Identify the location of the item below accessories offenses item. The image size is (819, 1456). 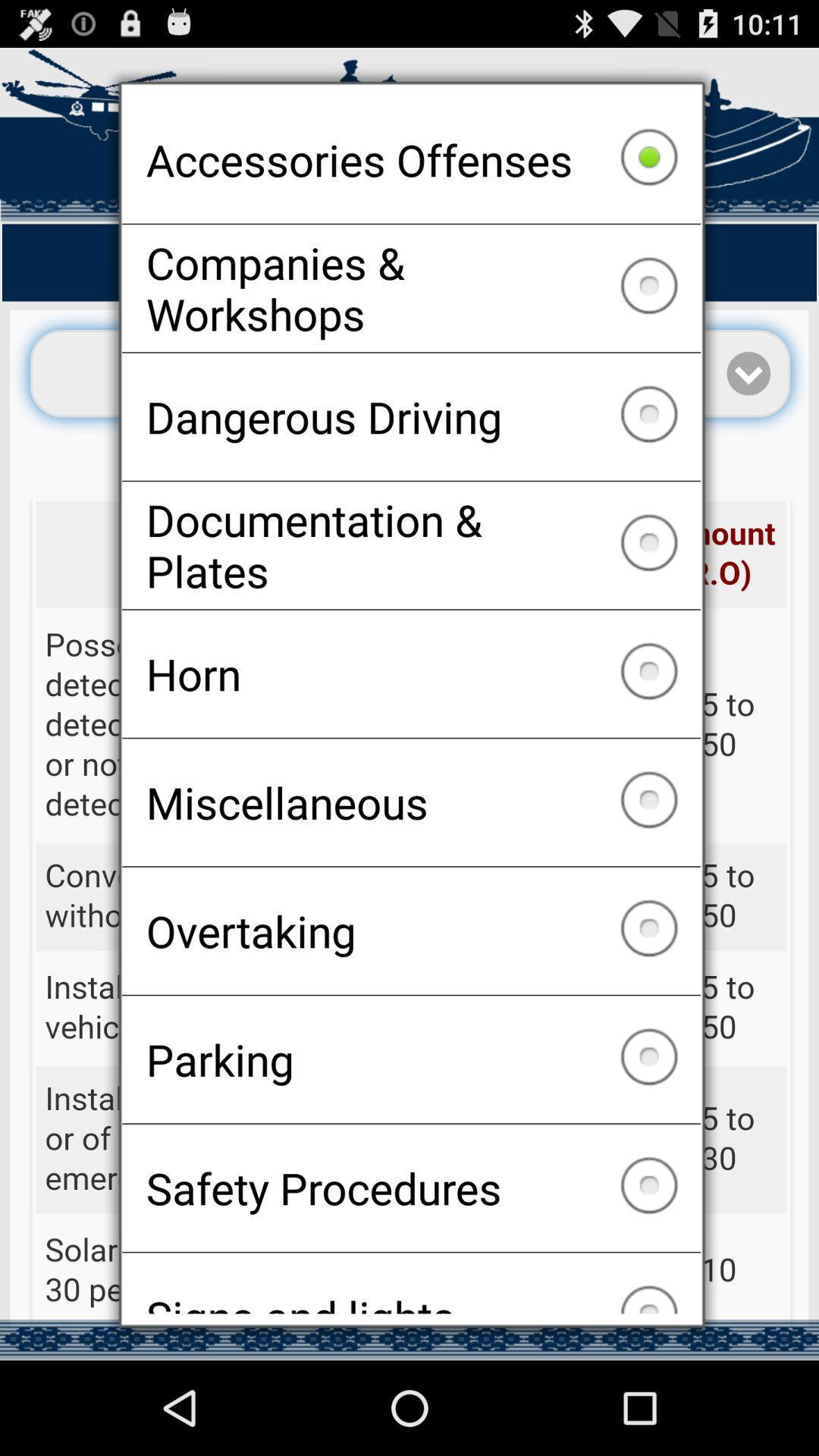
(411, 288).